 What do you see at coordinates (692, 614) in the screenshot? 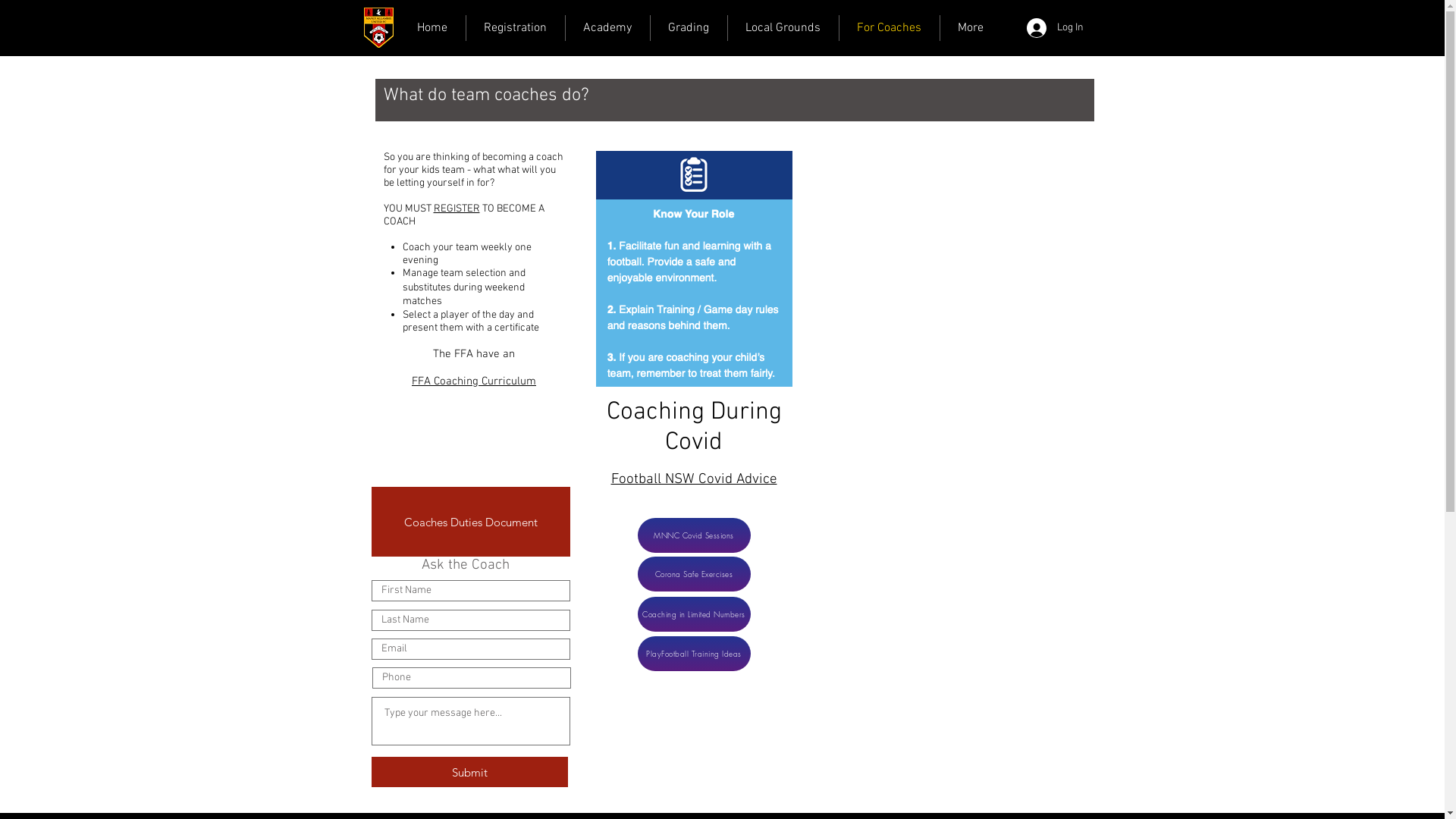
I see `'Coaching in Limited Numbers'` at bounding box center [692, 614].